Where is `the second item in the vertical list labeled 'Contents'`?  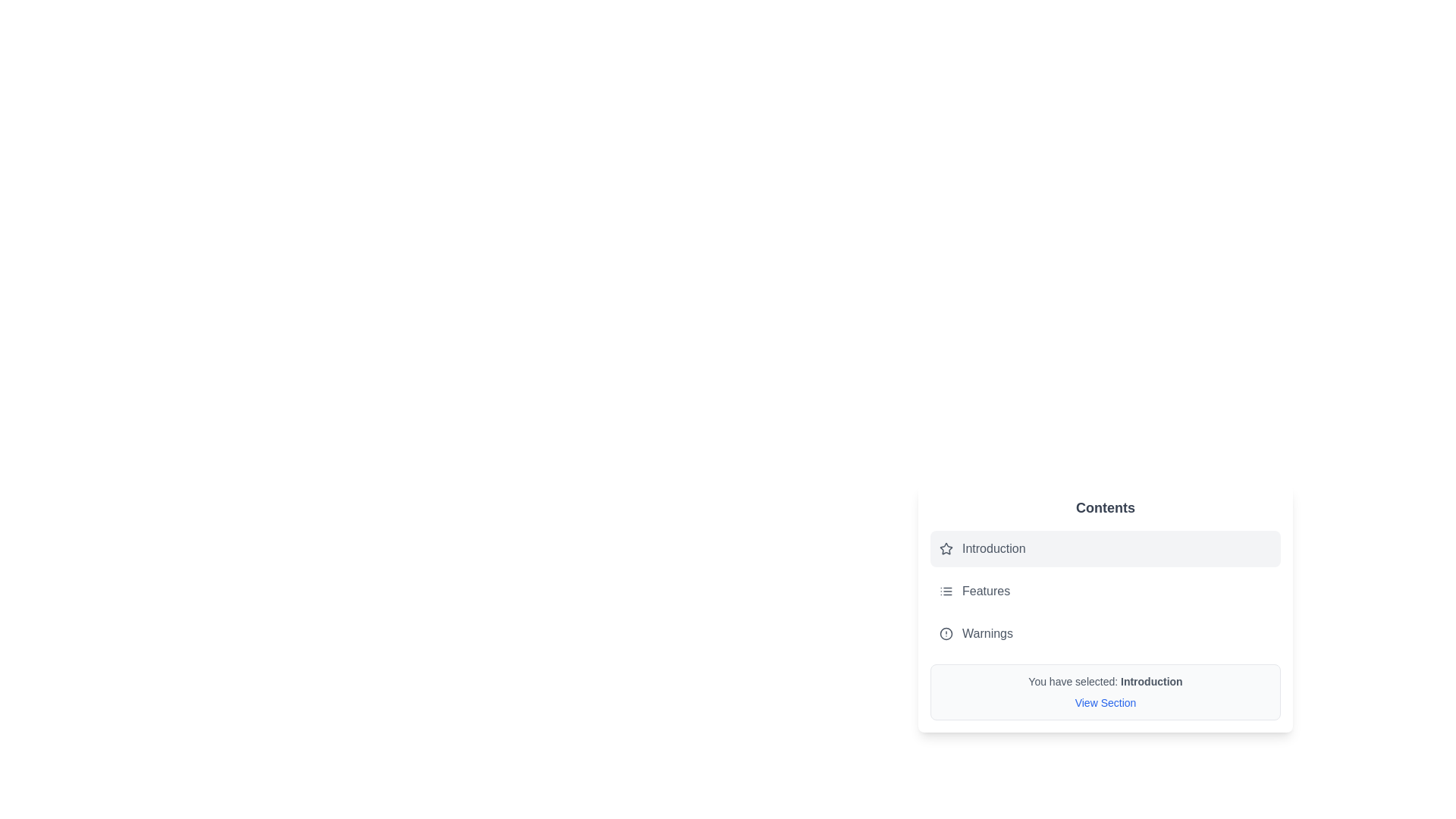
the second item in the vertical list labeled 'Contents' is located at coordinates (1106, 590).